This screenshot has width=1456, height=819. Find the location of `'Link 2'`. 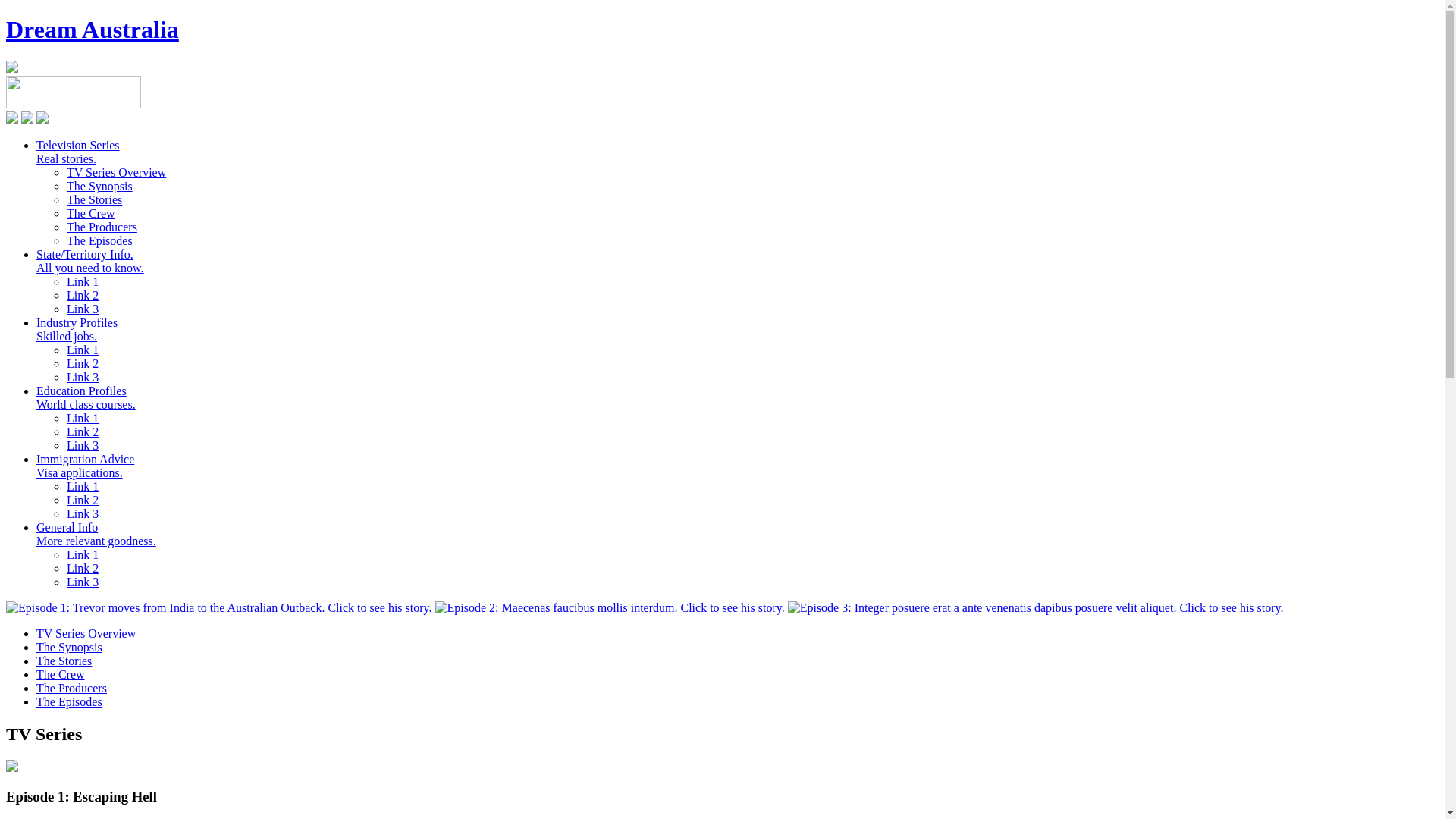

'Link 2' is located at coordinates (82, 295).